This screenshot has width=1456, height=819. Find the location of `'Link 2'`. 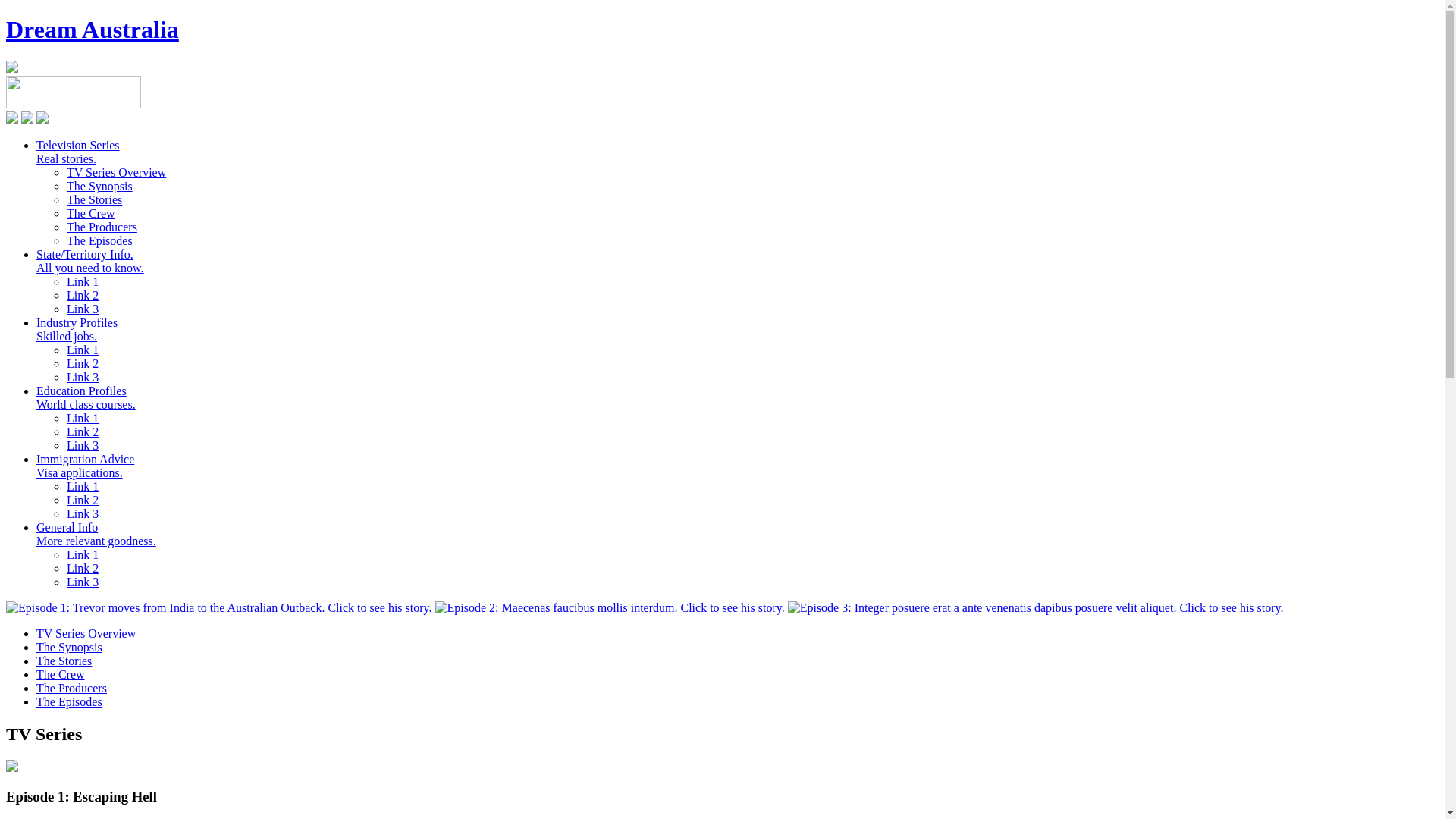

'Link 2' is located at coordinates (82, 295).